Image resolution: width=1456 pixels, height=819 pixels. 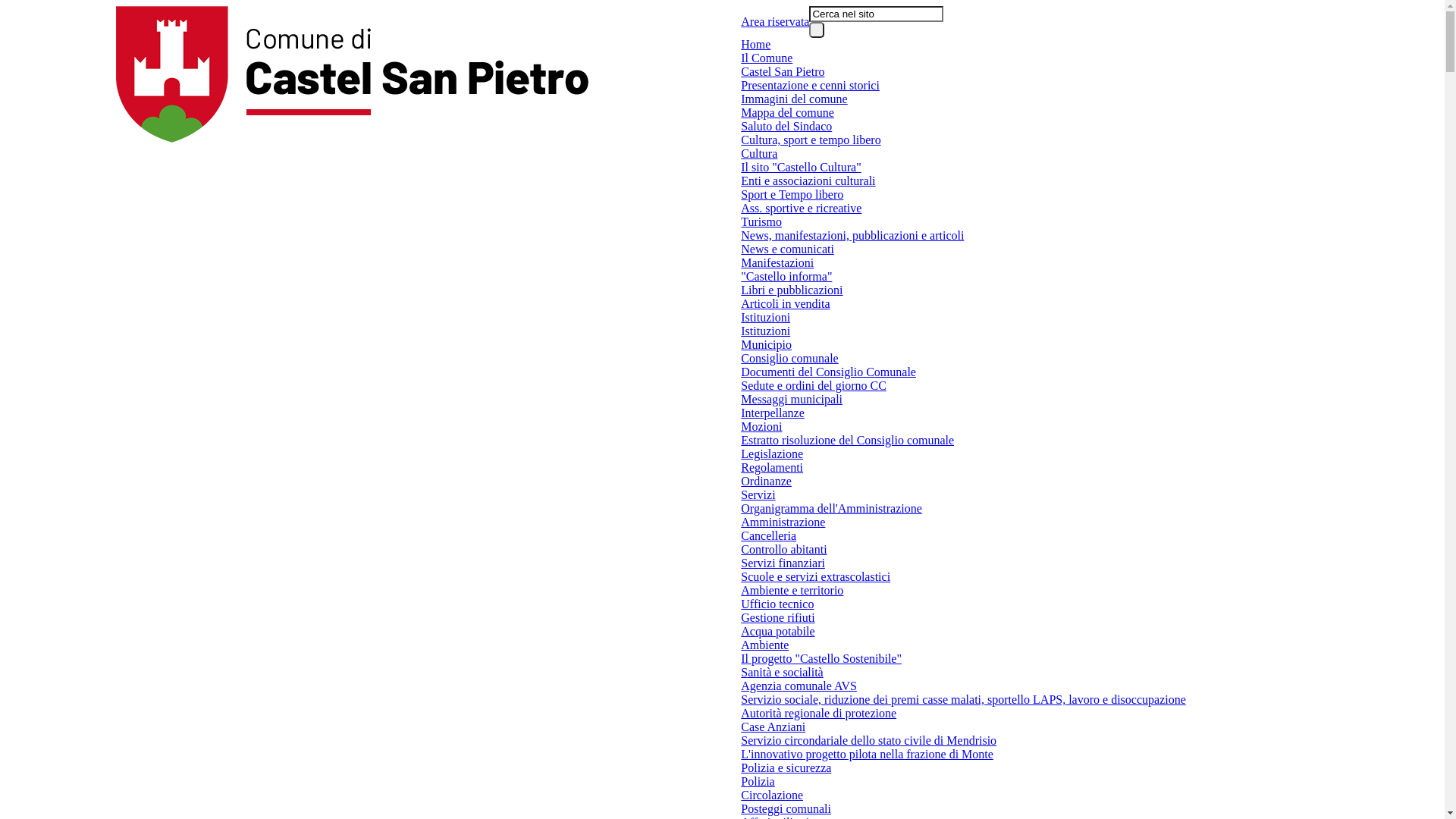 I want to click on 'Documenti del Consiglio Comunale', so click(x=741, y=372).